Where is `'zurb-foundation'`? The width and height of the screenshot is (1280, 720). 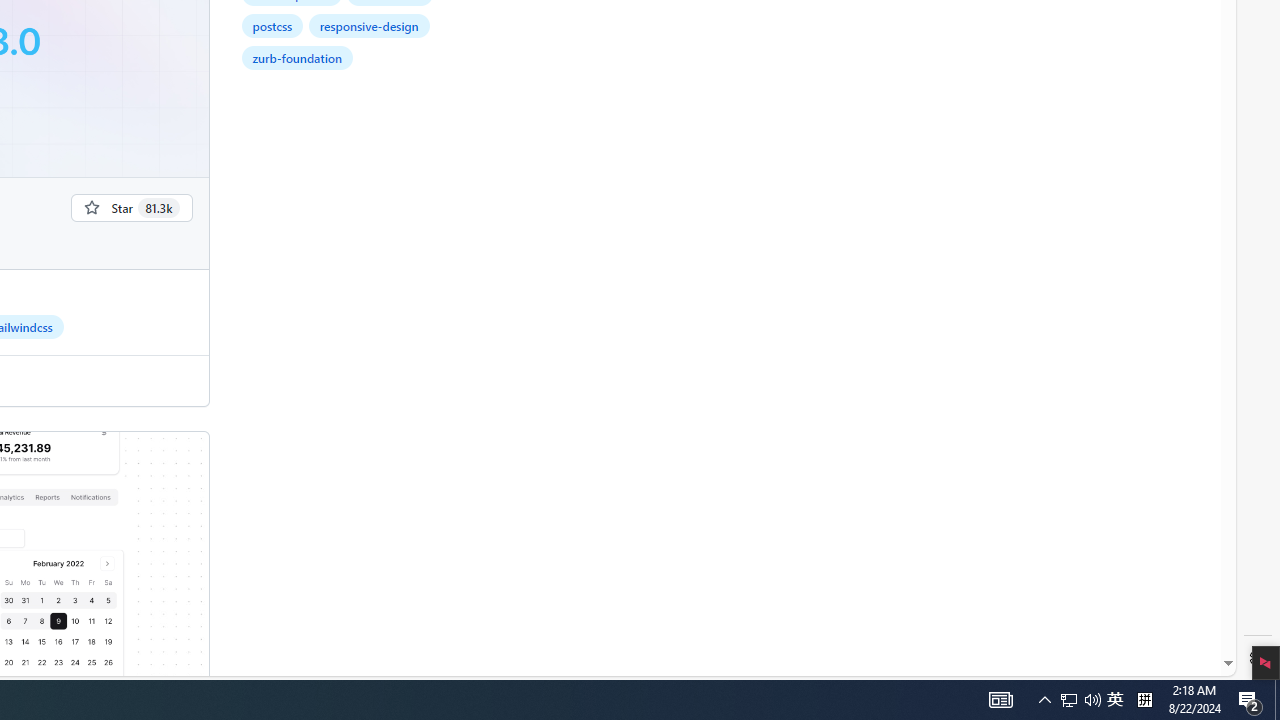 'zurb-foundation' is located at coordinates (296, 56).